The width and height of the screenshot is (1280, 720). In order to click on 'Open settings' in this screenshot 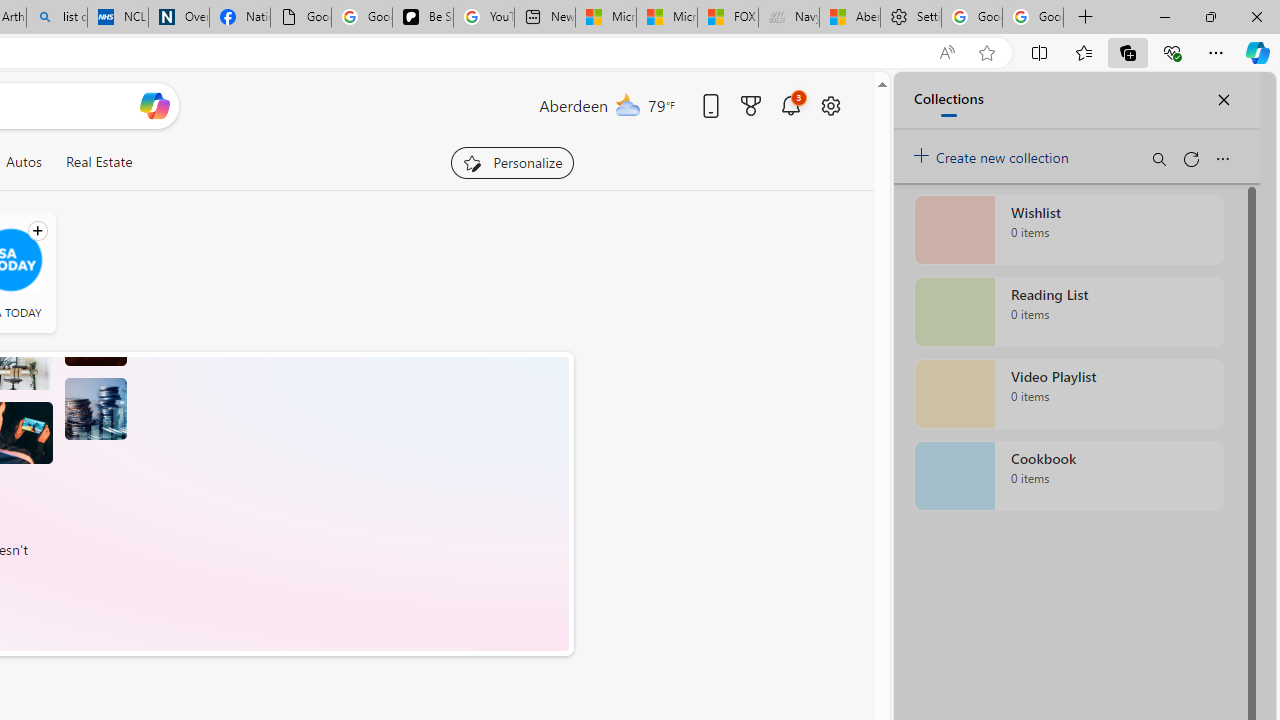, I will do `click(830, 105)`.